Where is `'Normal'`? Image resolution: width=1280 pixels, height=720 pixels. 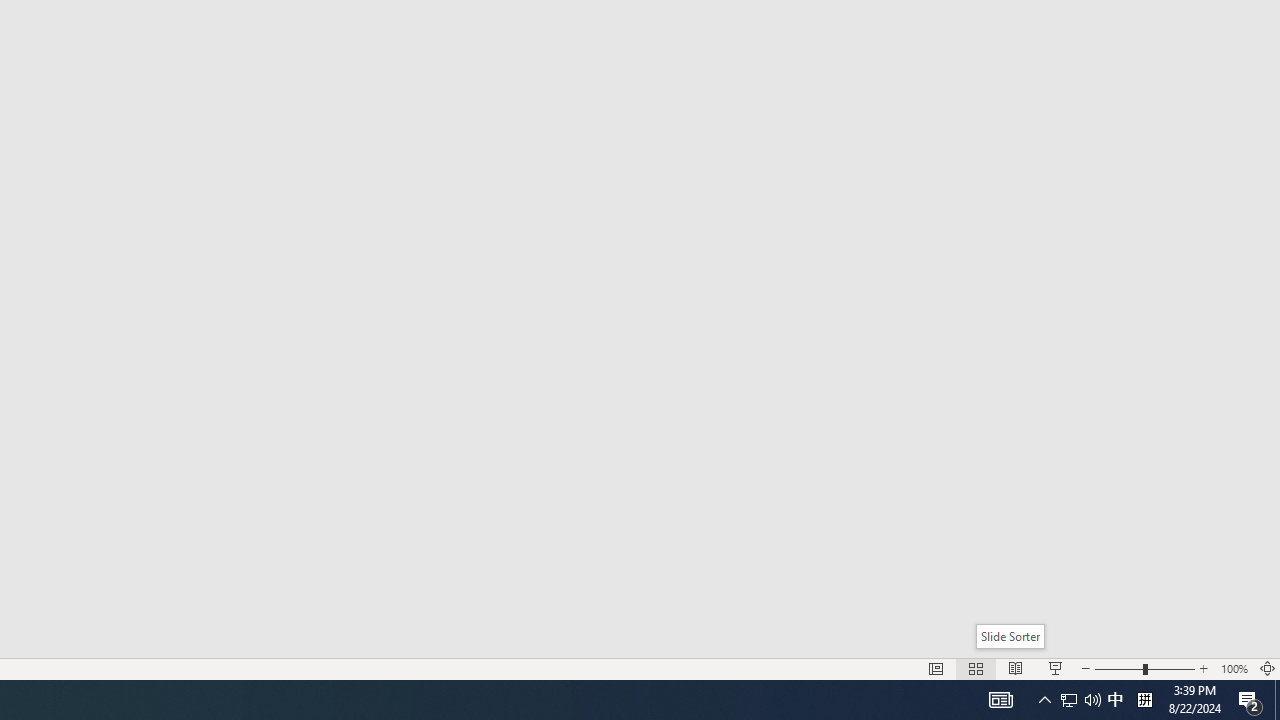 'Normal' is located at coordinates (935, 669).